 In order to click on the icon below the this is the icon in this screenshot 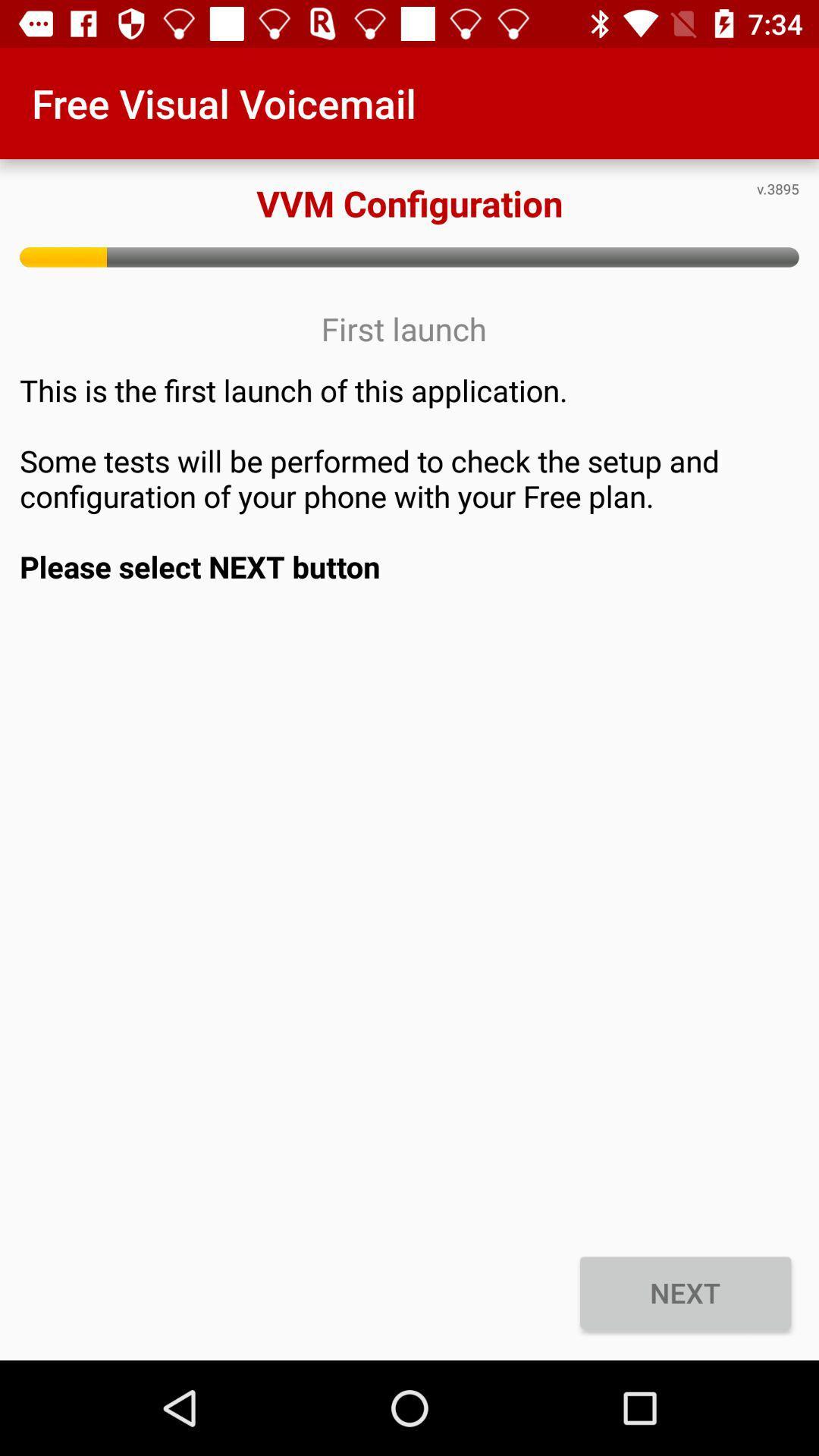, I will do `click(686, 1291)`.